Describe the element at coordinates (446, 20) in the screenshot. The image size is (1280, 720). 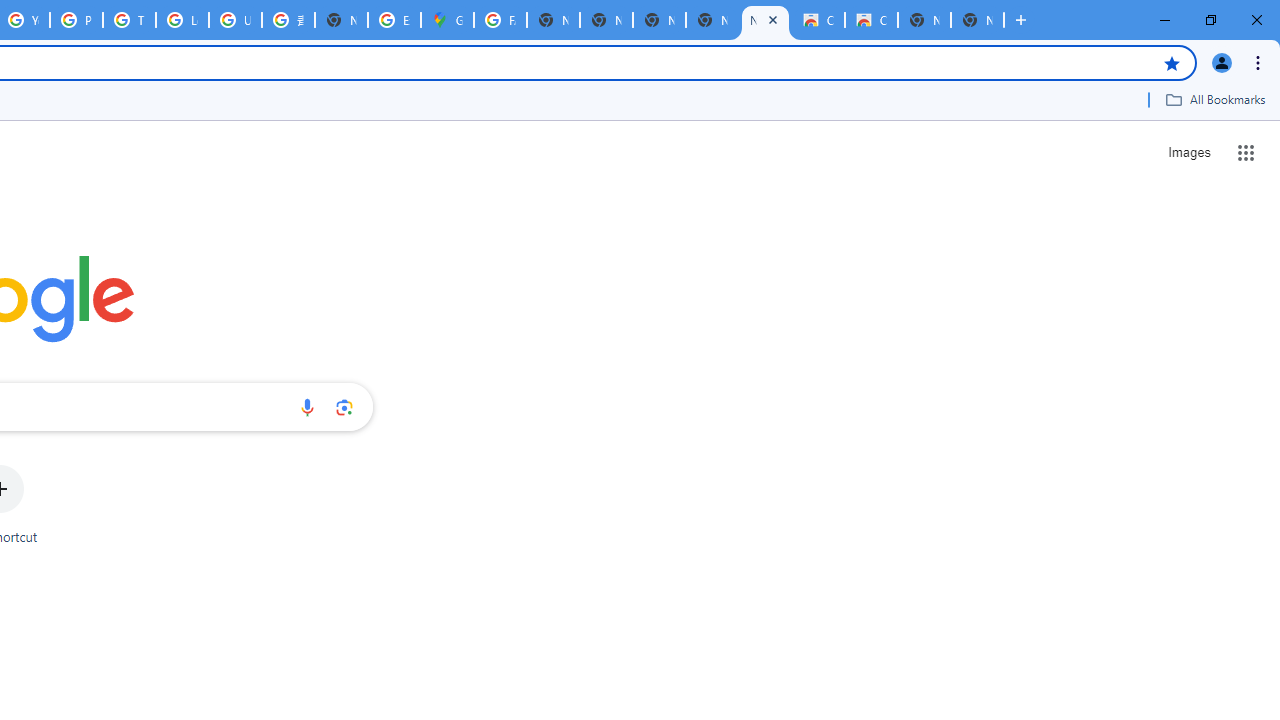
I see `'Google Maps'` at that location.